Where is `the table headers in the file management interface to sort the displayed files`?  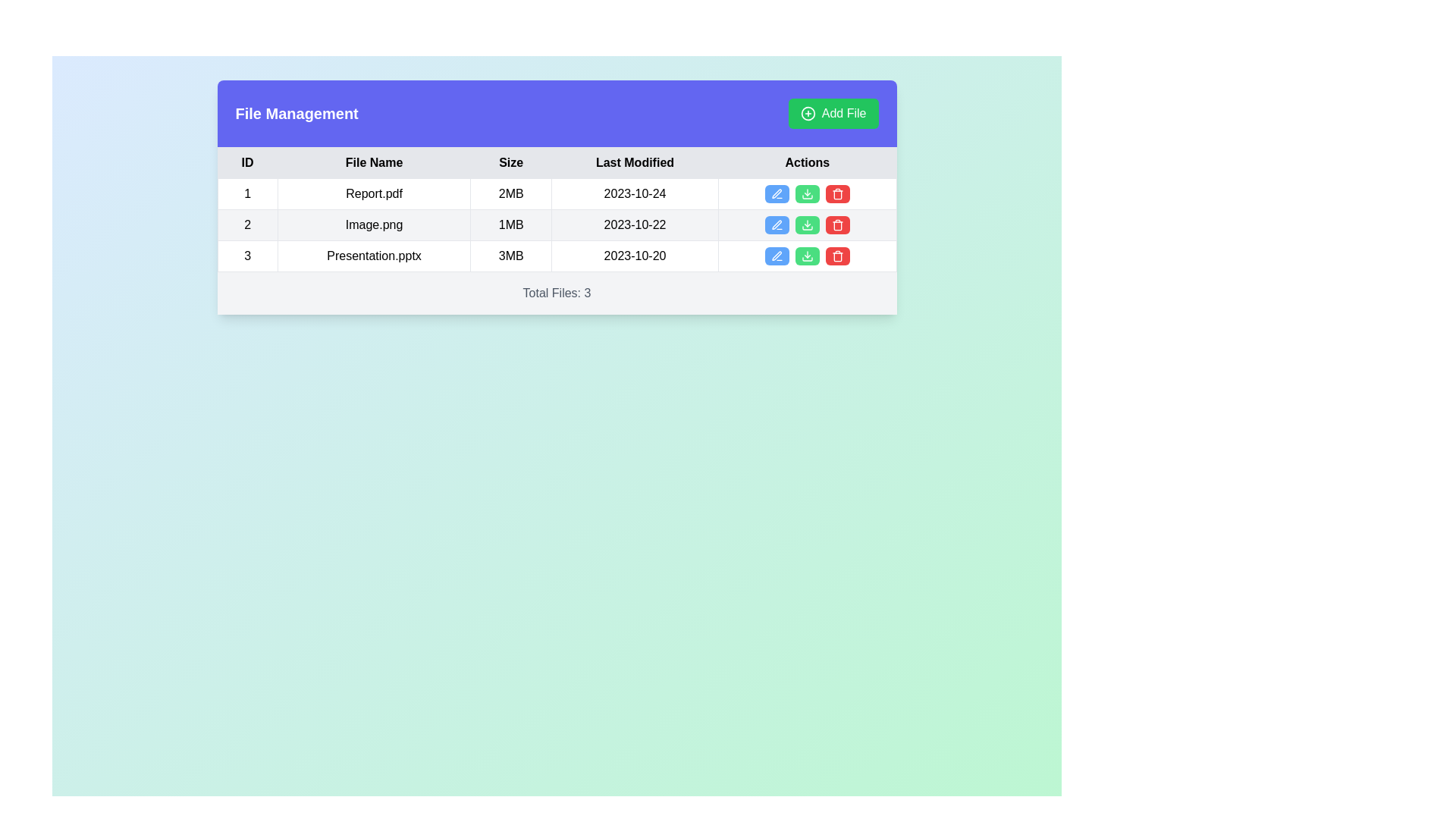
the table headers in the file management interface to sort the displayed files is located at coordinates (556, 196).